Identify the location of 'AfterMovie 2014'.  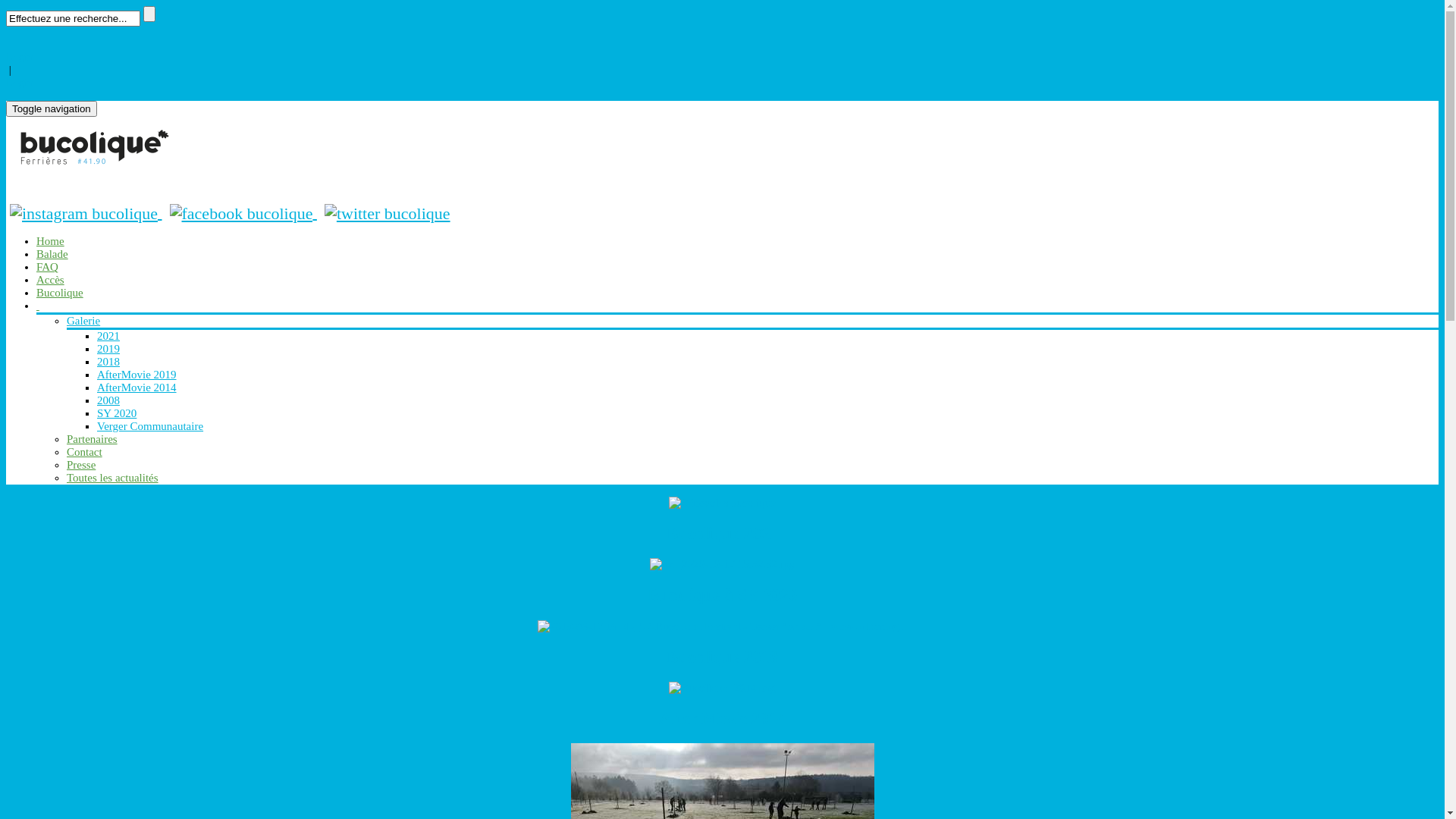
(136, 386).